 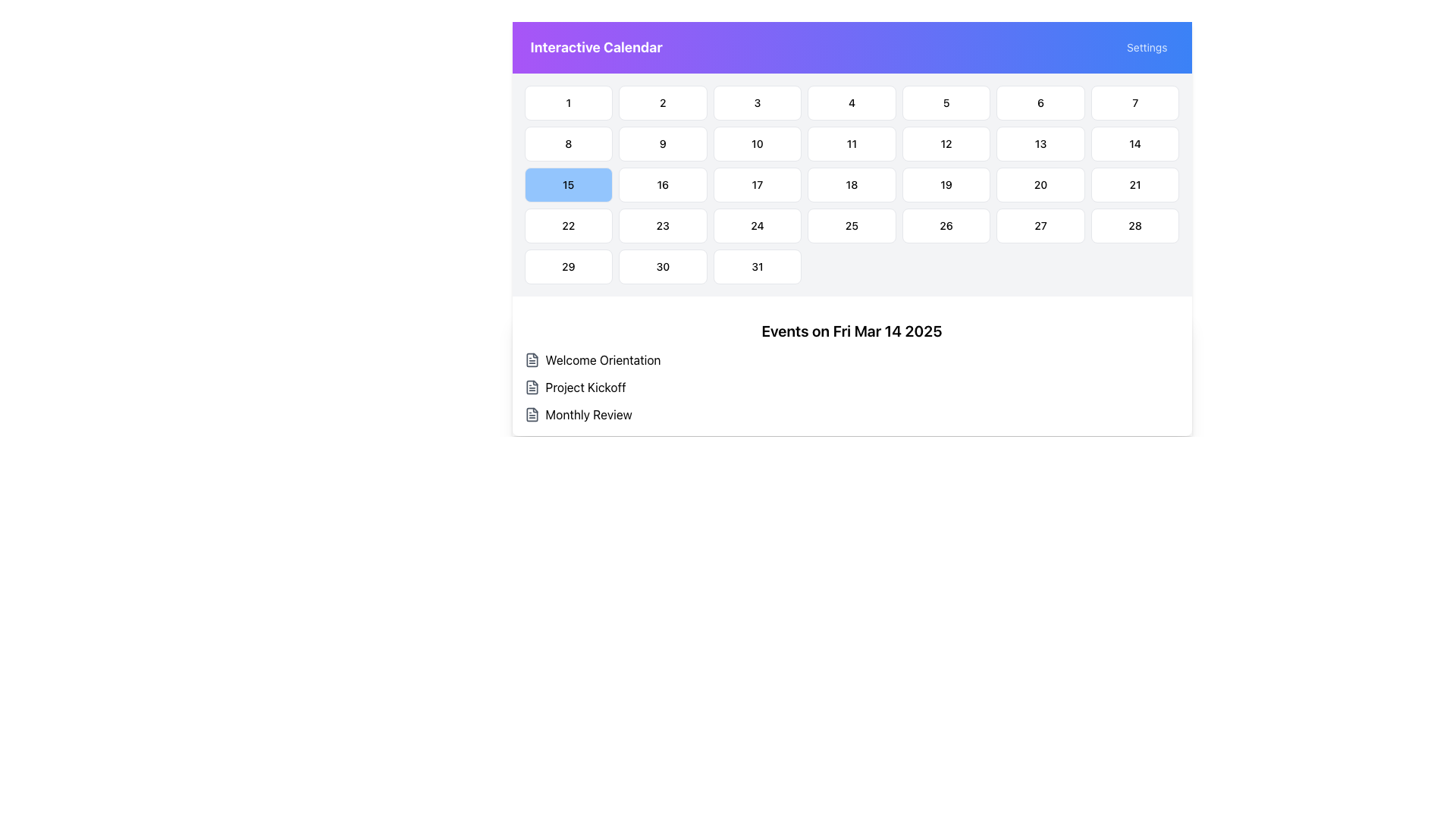 I want to click on the button representing the 4th day of the calendar located in the first row and fourth column, so click(x=852, y=102).